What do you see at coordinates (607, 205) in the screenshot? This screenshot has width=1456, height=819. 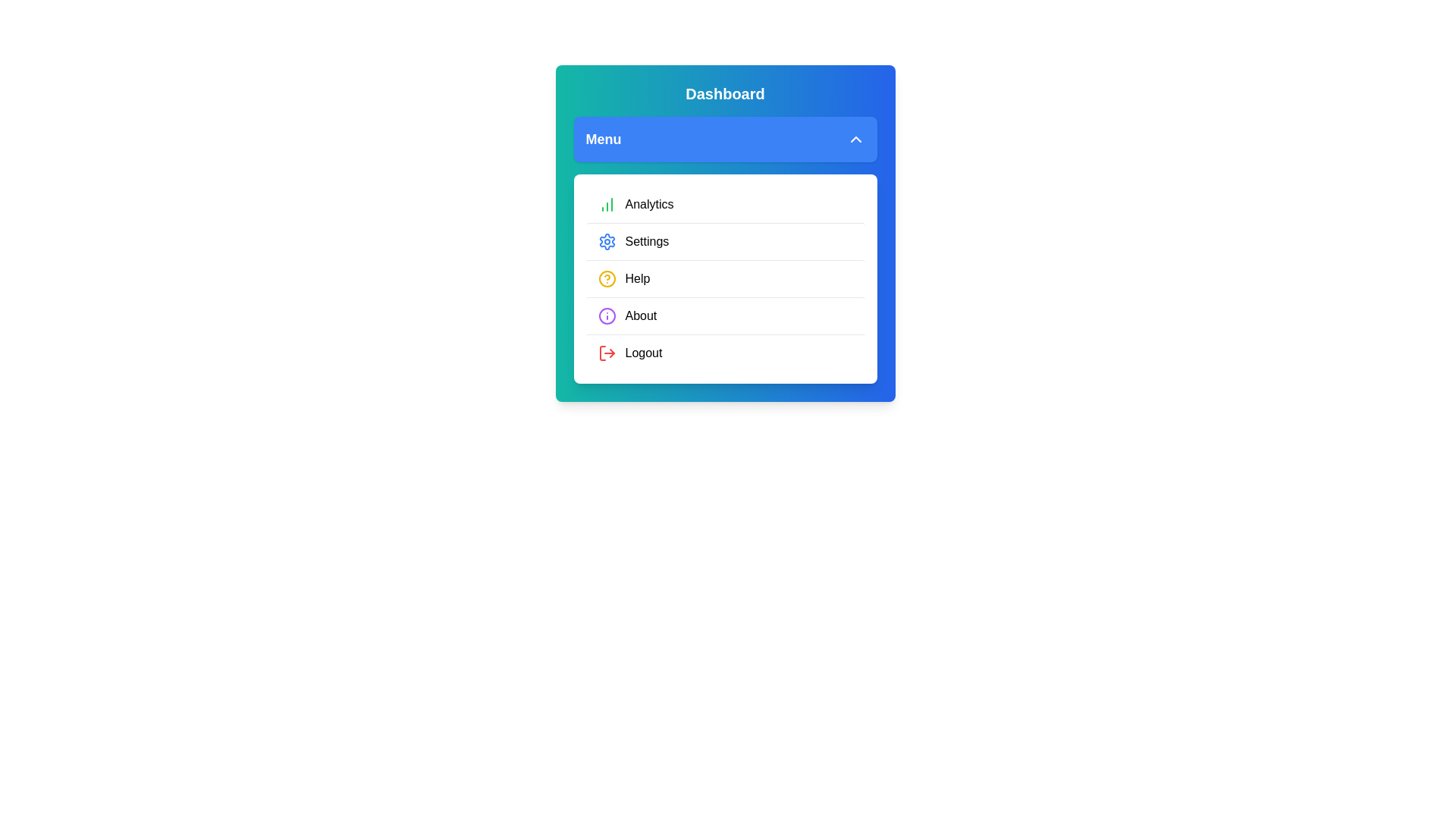 I see `the 'Analytics' icon located in the first entry of the dropdown menu, which serves as a visual cue for the 'Analytics' option` at bounding box center [607, 205].